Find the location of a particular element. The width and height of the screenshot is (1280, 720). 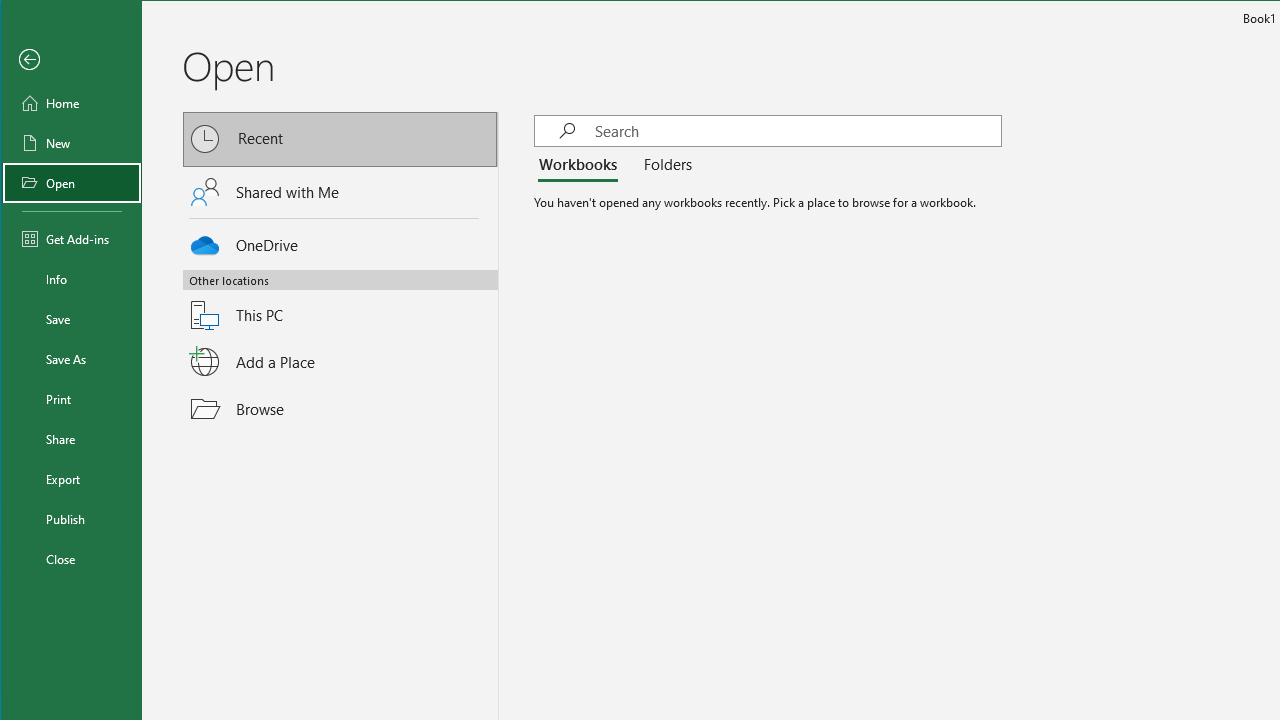

'Get Add-ins' is located at coordinates (72, 238).